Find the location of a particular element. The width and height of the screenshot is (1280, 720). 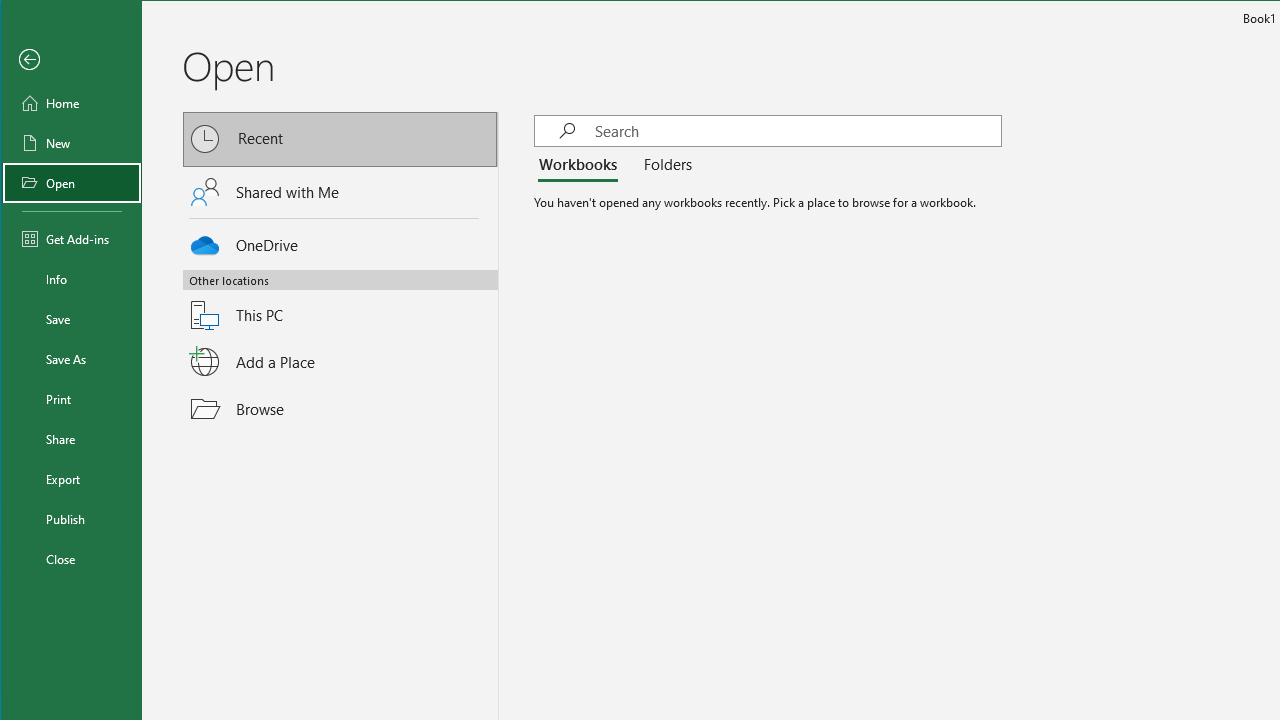

'Get Add-ins' is located at coordinates (72, 238).